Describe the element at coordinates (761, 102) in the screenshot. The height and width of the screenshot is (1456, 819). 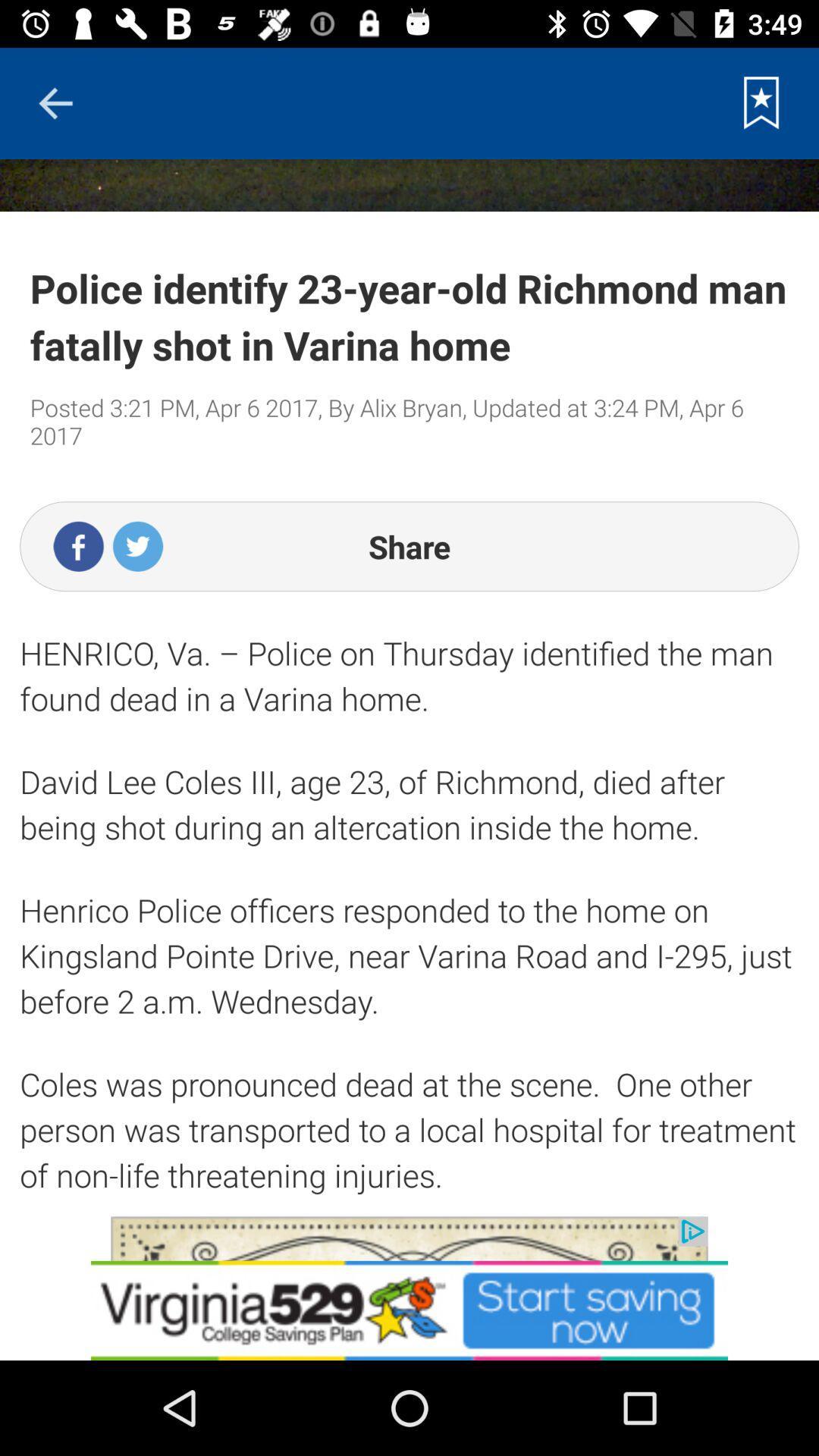
I see `the bookmark icon` at that location.